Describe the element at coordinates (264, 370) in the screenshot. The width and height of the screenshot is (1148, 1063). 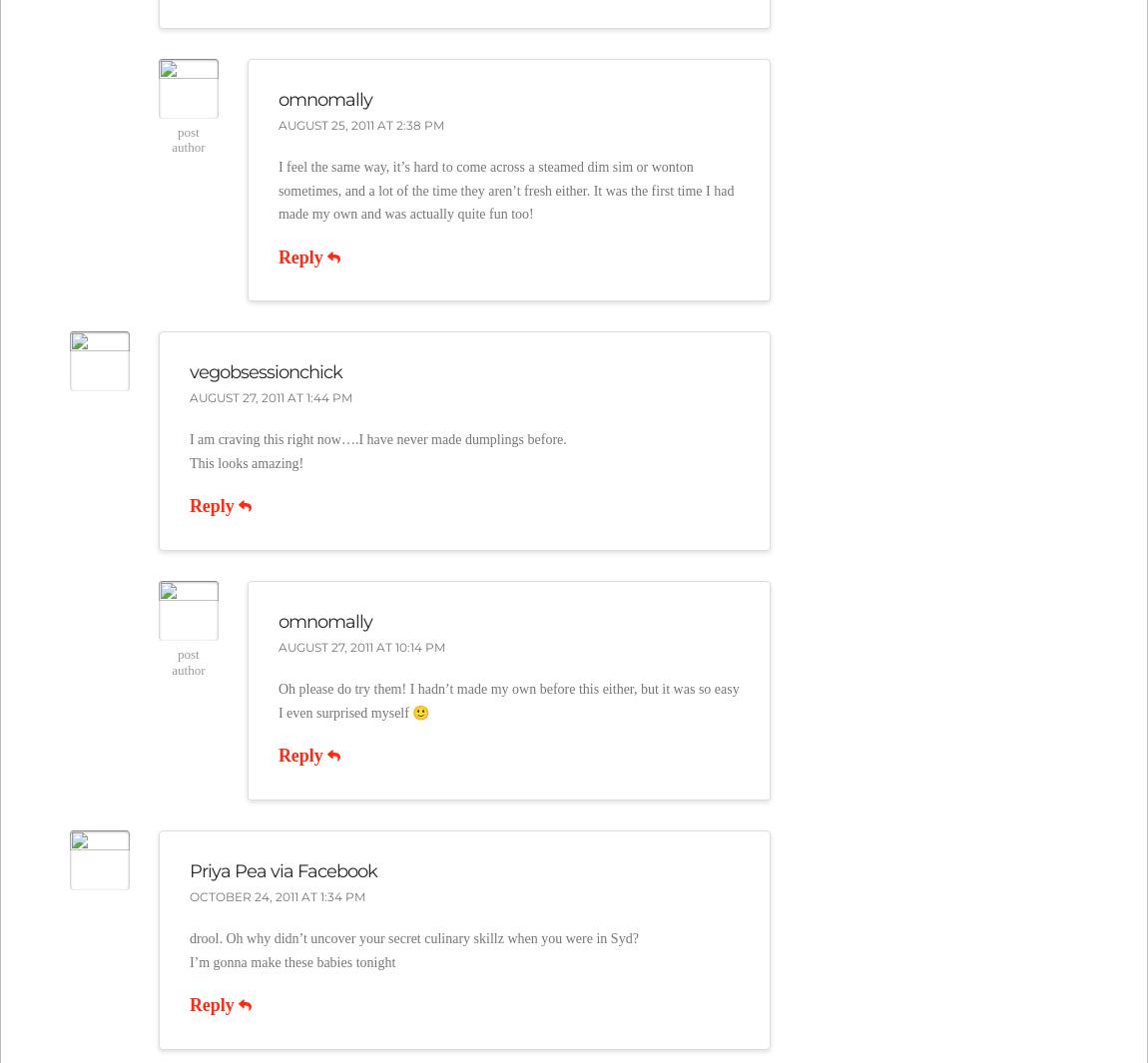
I see `'vegobsessionchick'` at that location.